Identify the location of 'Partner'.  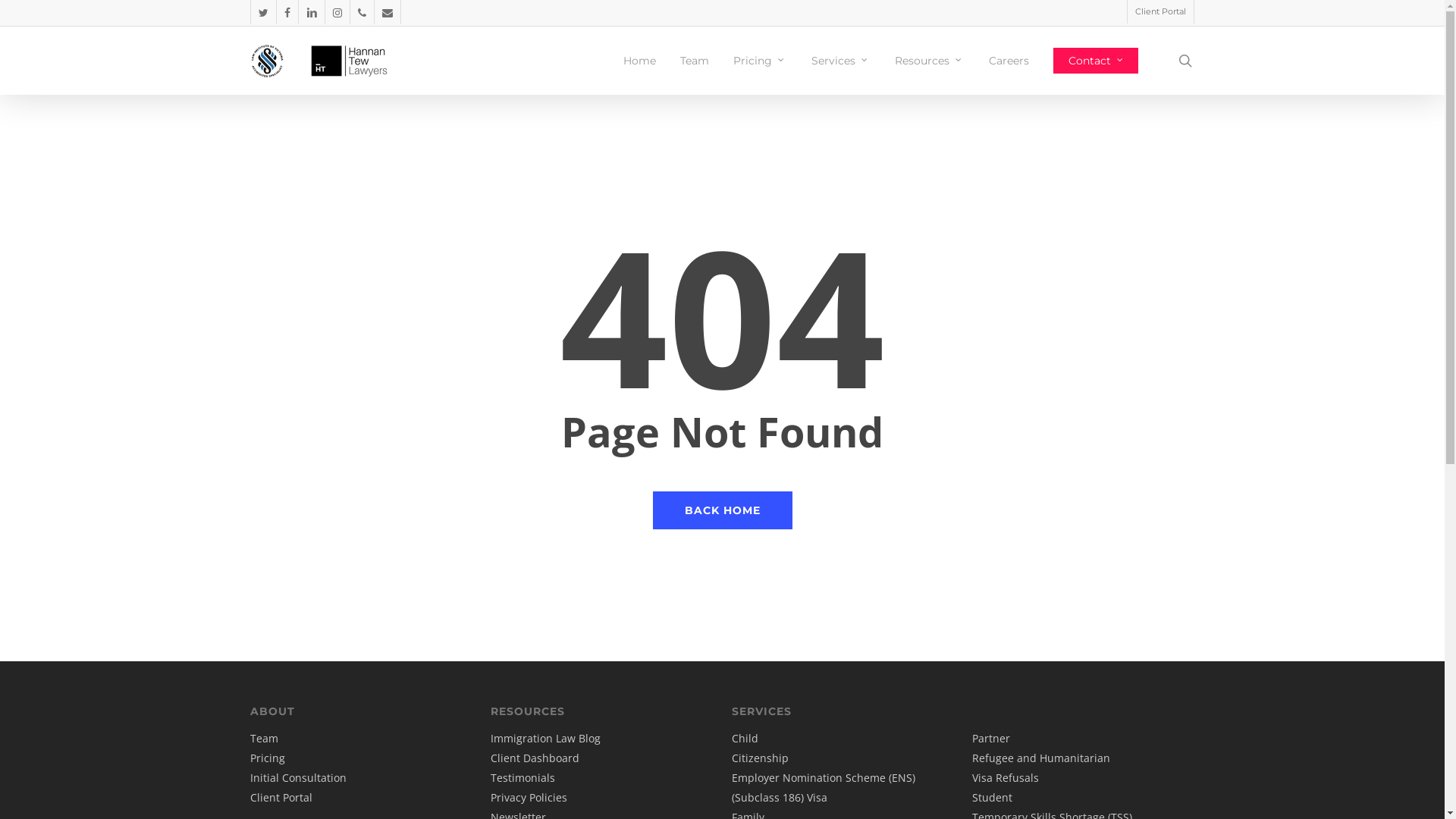
(990, 737).